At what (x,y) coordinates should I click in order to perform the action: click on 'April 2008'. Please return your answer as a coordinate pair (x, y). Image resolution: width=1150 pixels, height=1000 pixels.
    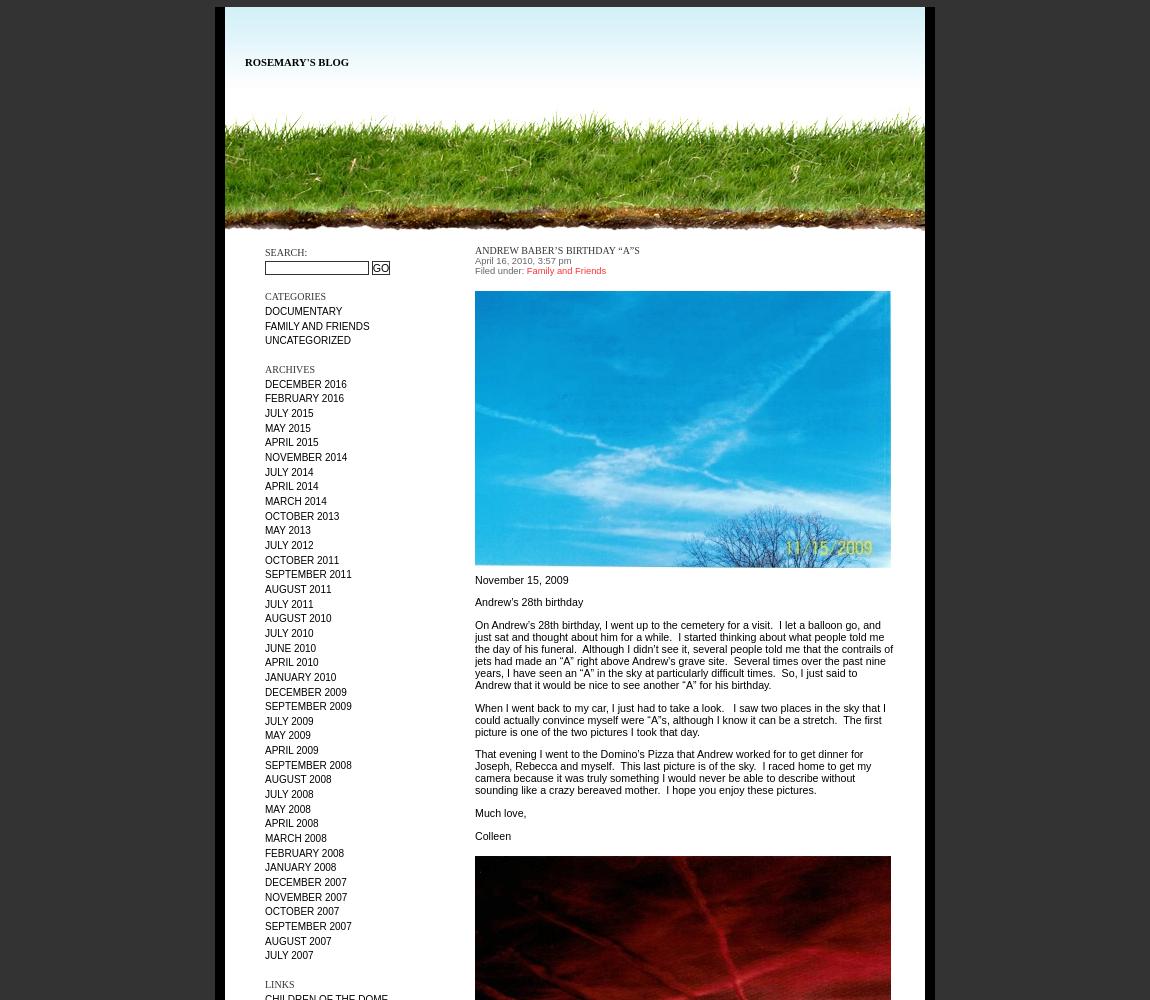
    Looking at the image, I should click on (291, 822).